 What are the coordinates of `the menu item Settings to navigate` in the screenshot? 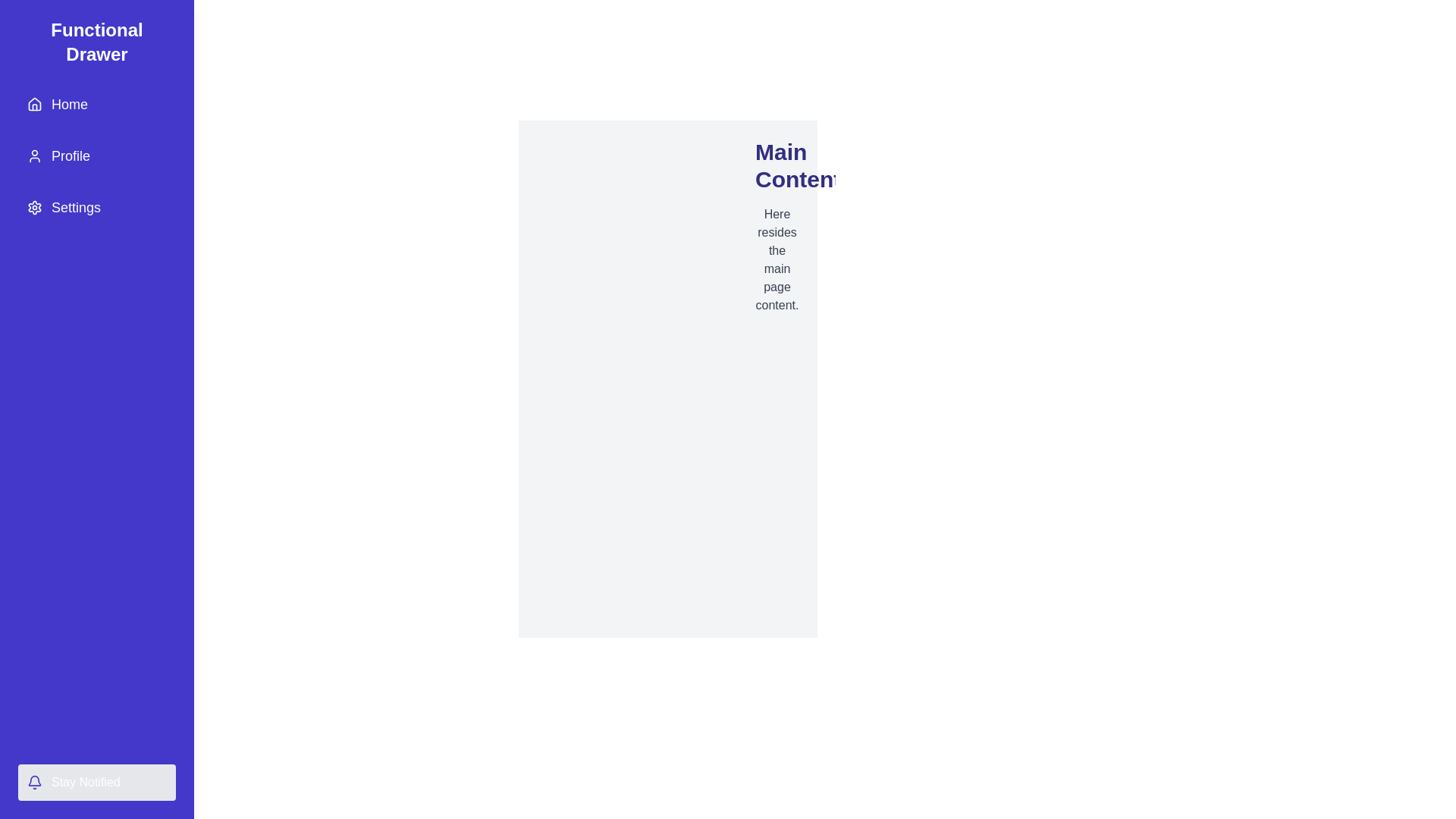 It's located at (96, 207).